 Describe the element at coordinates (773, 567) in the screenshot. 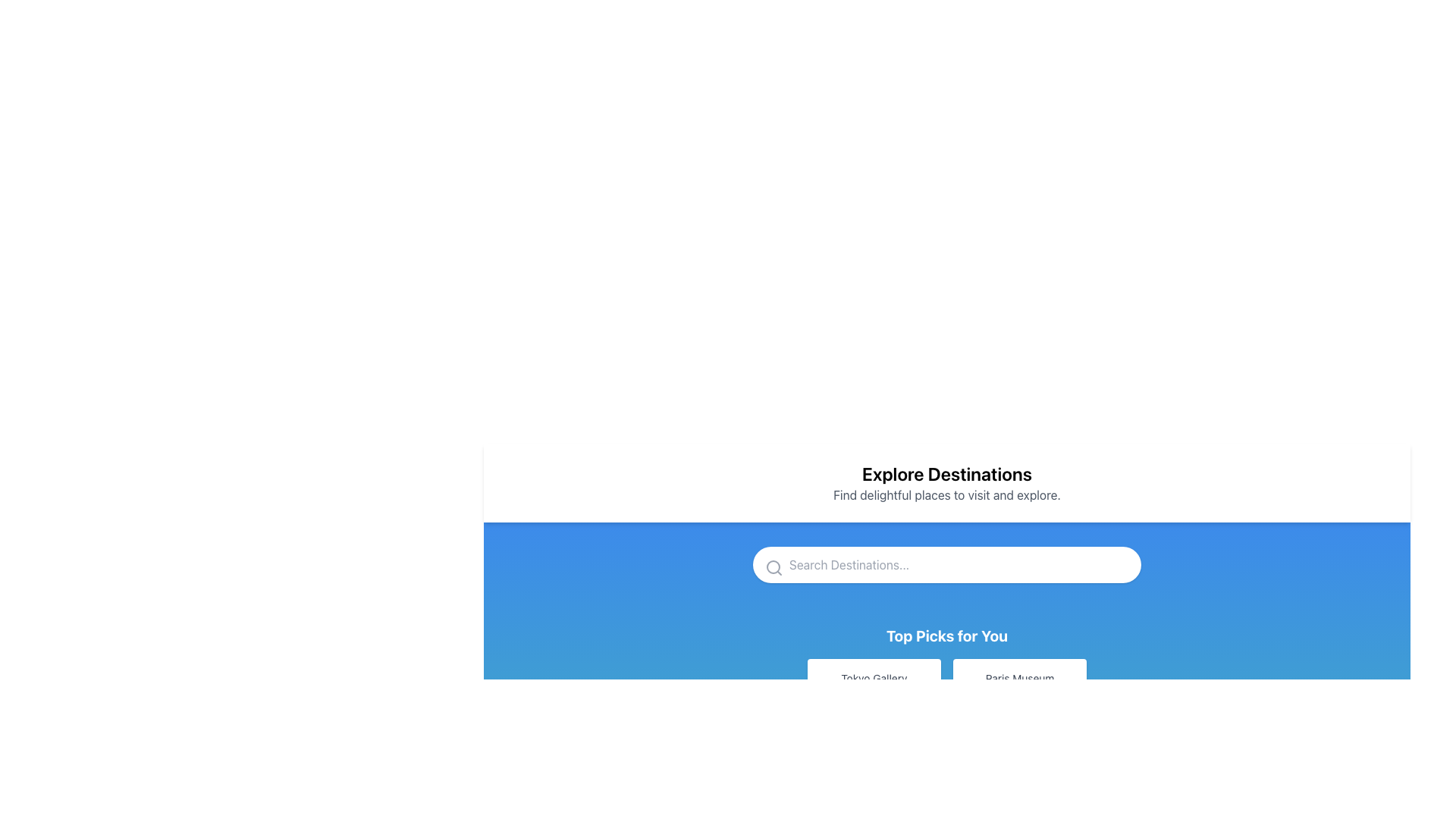

I see `the central grayish circle of the magnifying glass icon located in the upper middle section of the interface, just below the 'Explore Destinations' headline` at that location.